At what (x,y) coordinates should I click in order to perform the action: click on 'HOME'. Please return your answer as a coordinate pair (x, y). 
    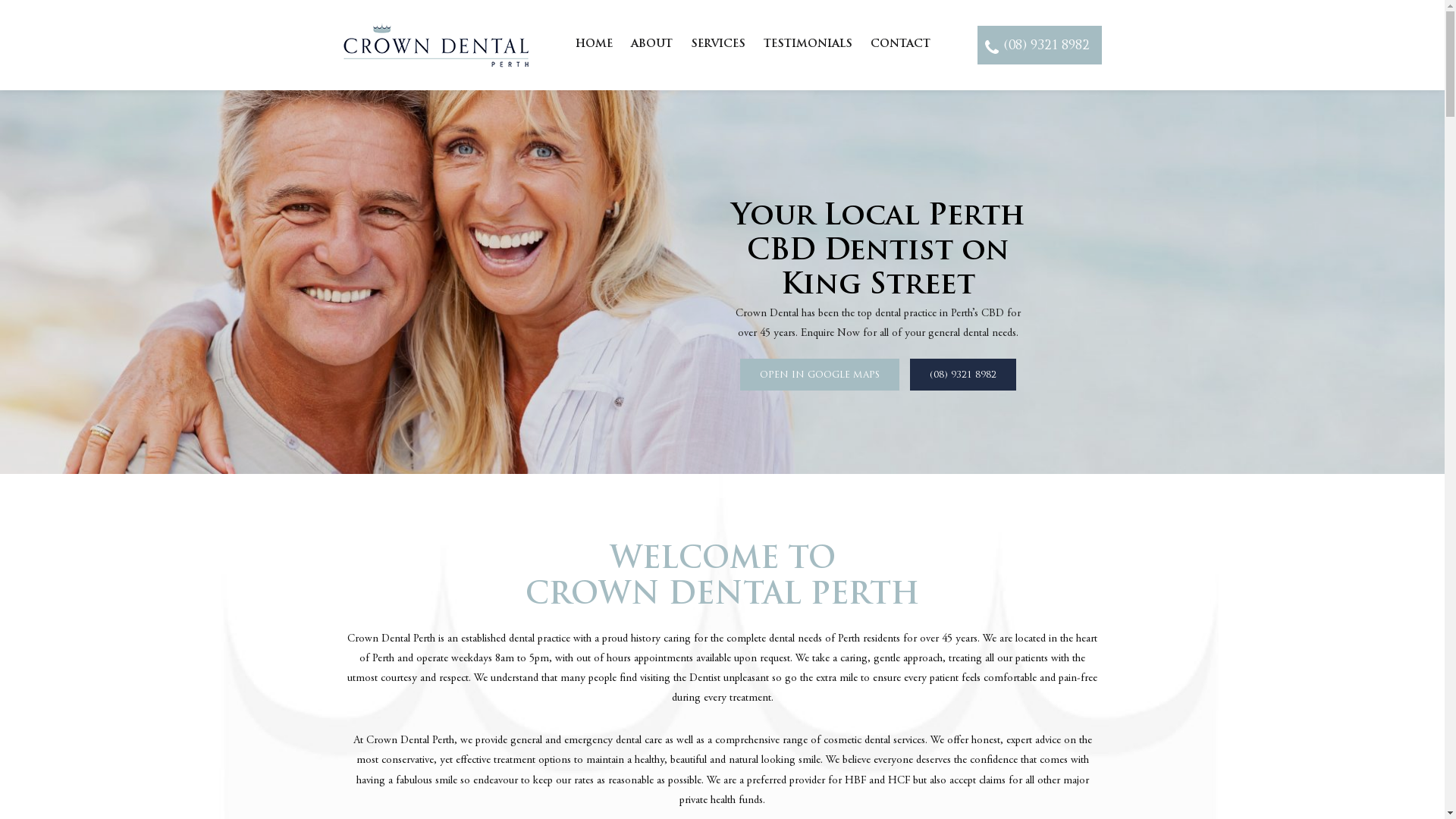
    Looking at the image, I should click on (593, 43).